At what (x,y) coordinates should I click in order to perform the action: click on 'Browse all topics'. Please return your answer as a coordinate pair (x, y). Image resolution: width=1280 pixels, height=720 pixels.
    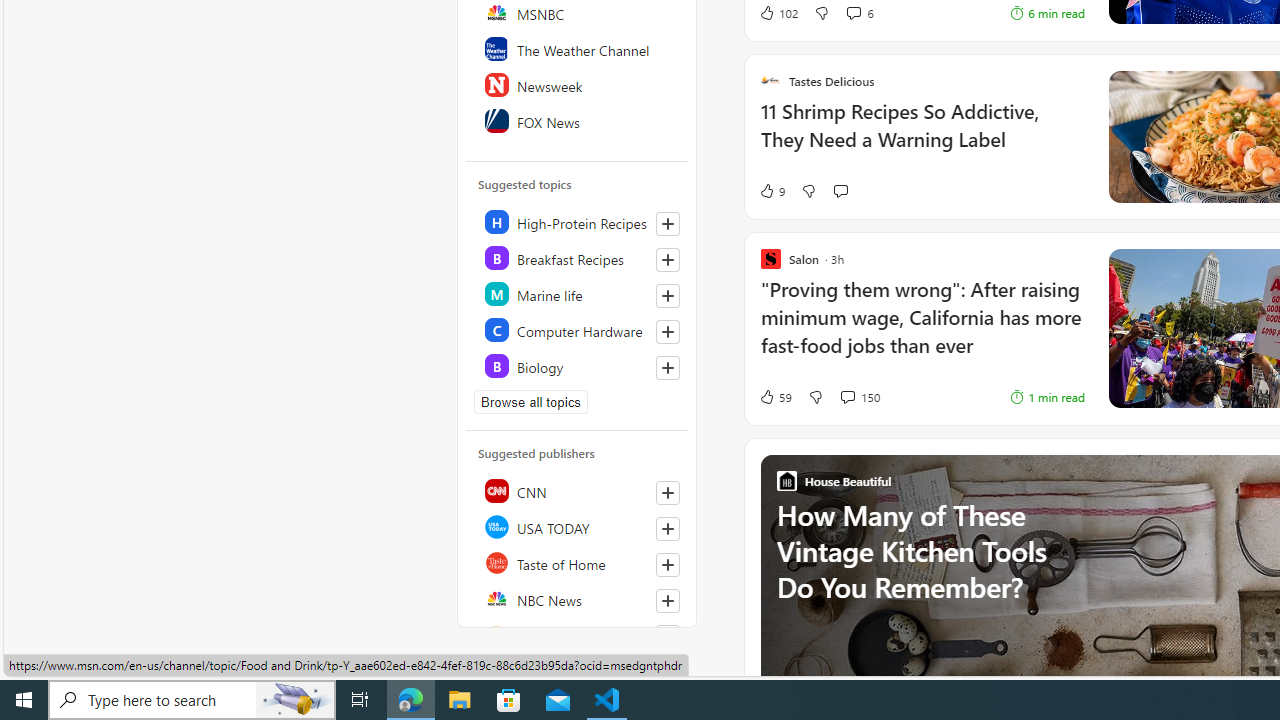
    Looking at the image, I should click on (531, 402).